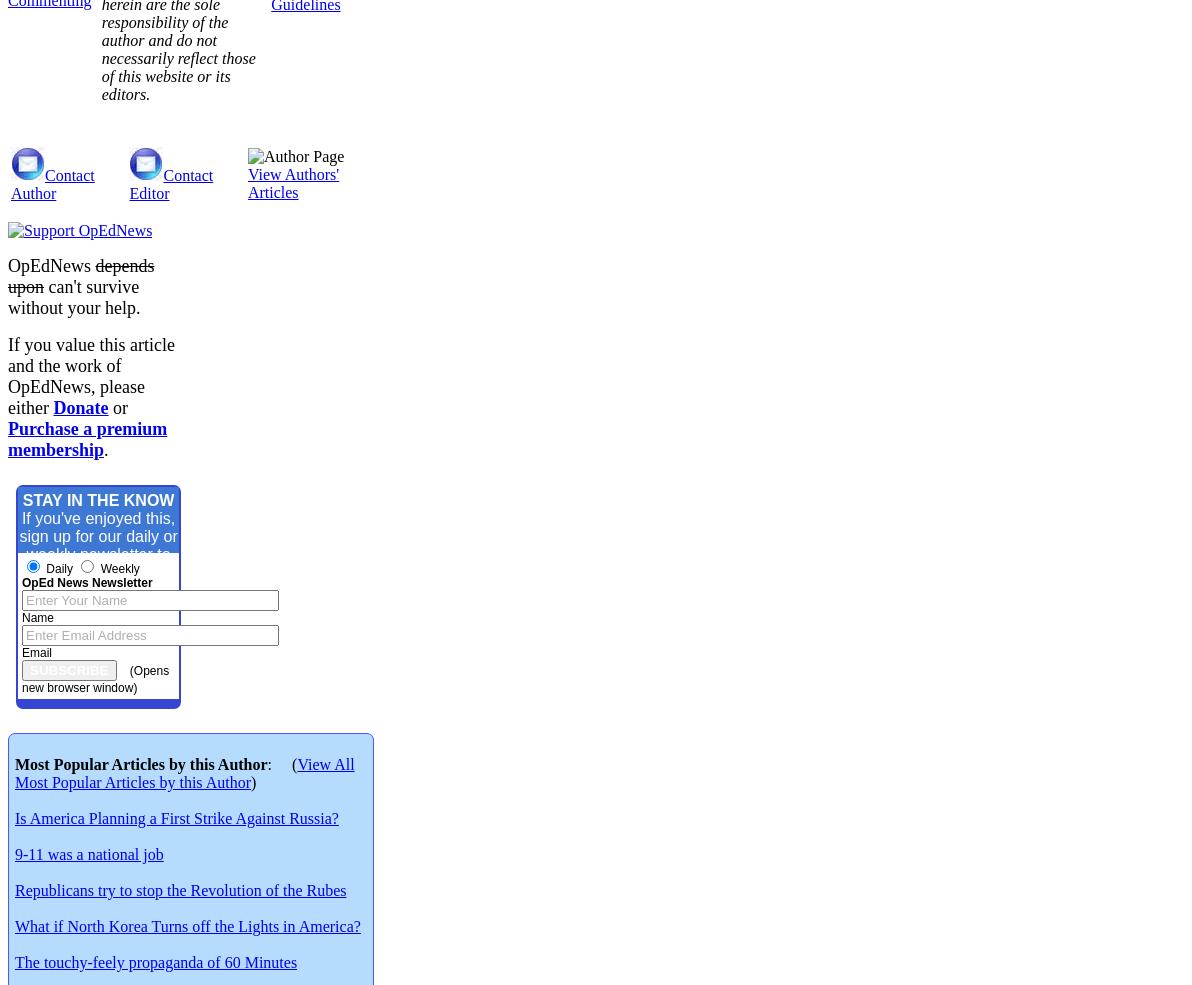  What do you see at coordinates (96, 500) in the screenshot?
I see `'STAY IN THE KNOW'` at bounding box center [96, 500].